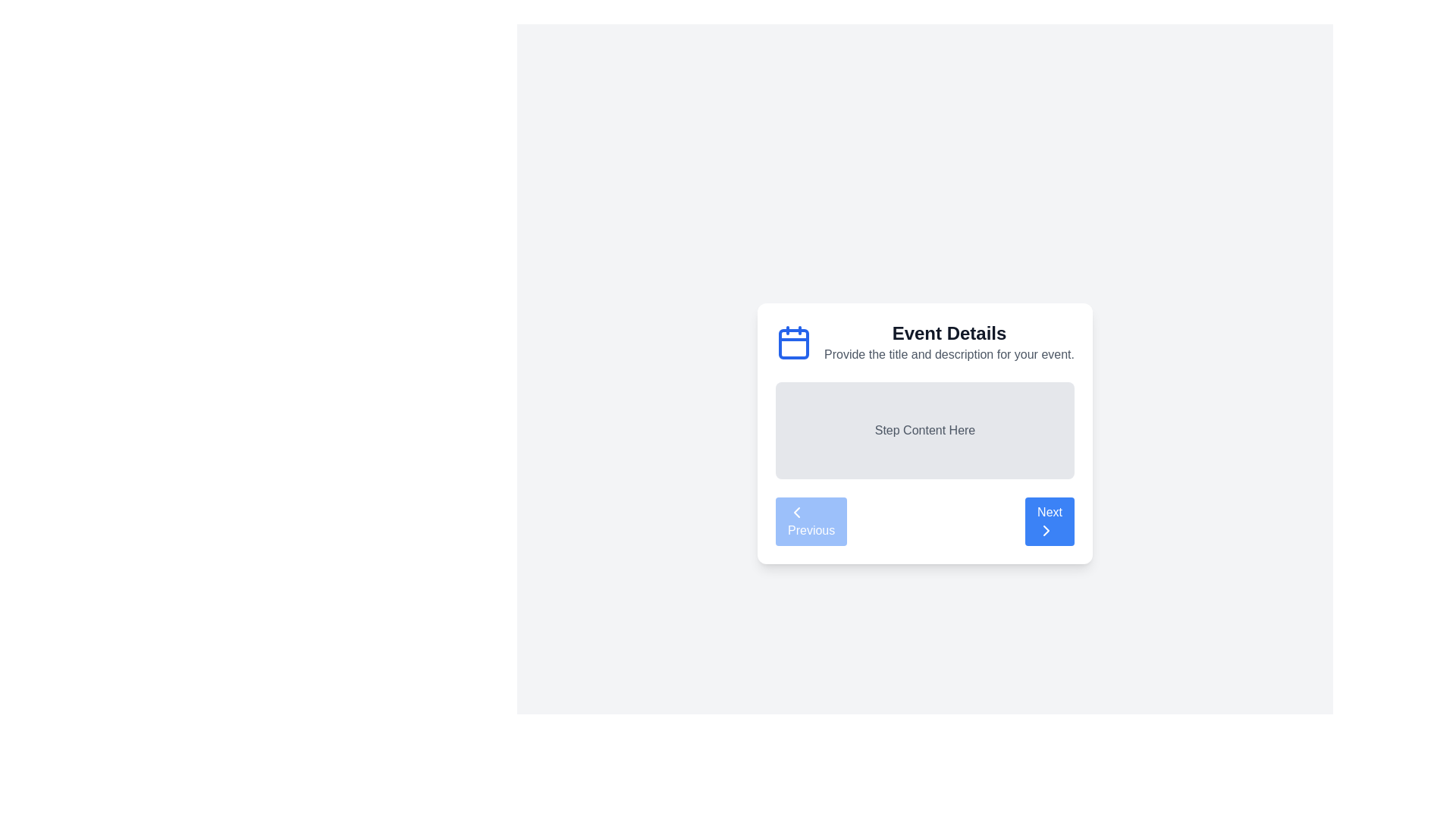 The width and height of the screenshot is (1456, 819). Describe the element at coordinates (811, 520) in the screenshot. I see `the first button from the left in the horizontal button group at the bottom of the centered panel` at that location.